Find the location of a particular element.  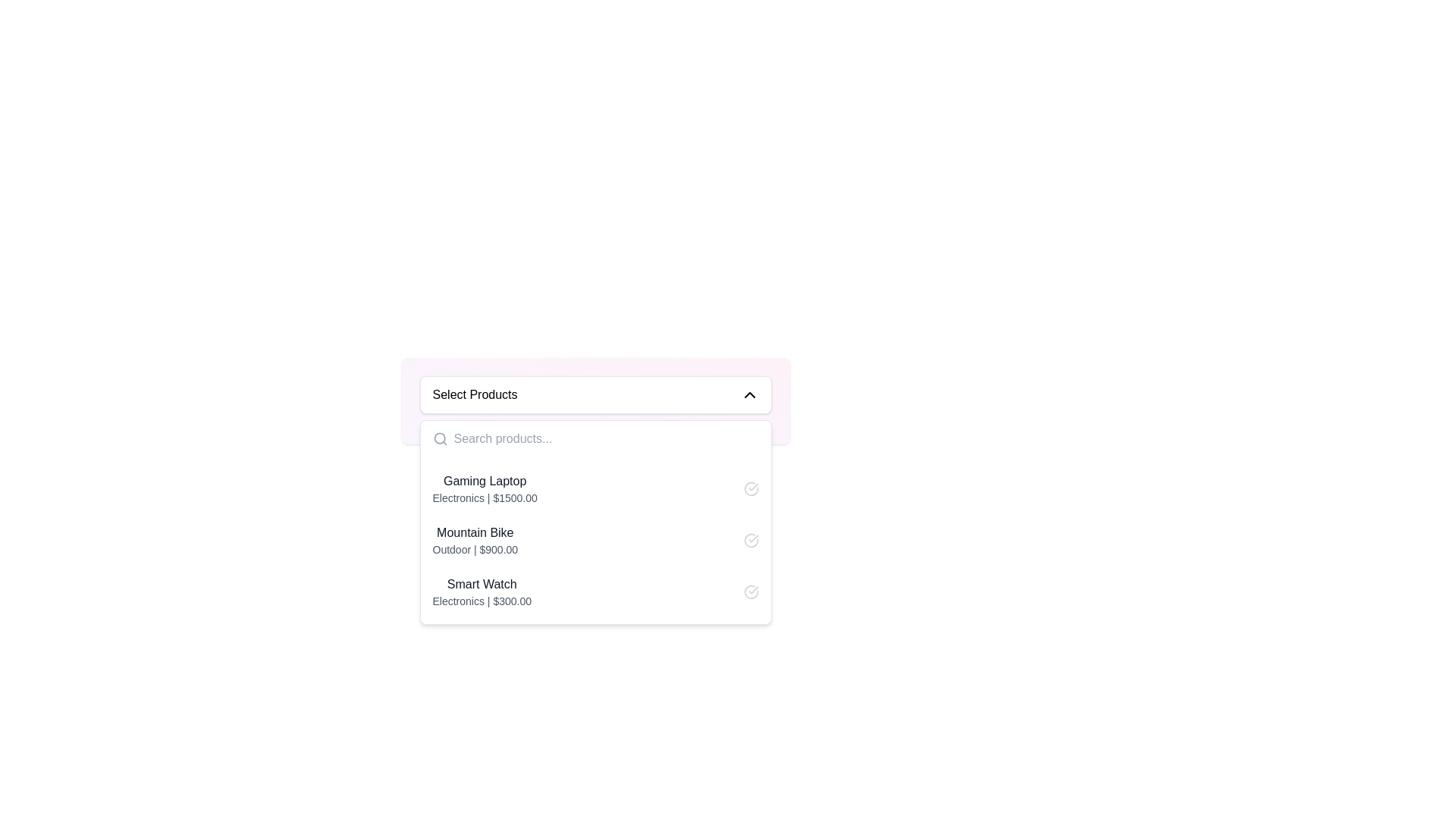

the selectable product option 'Smart Watch' located in the dropdown menu under 'Select Products' is located at coordinates (481, 591).